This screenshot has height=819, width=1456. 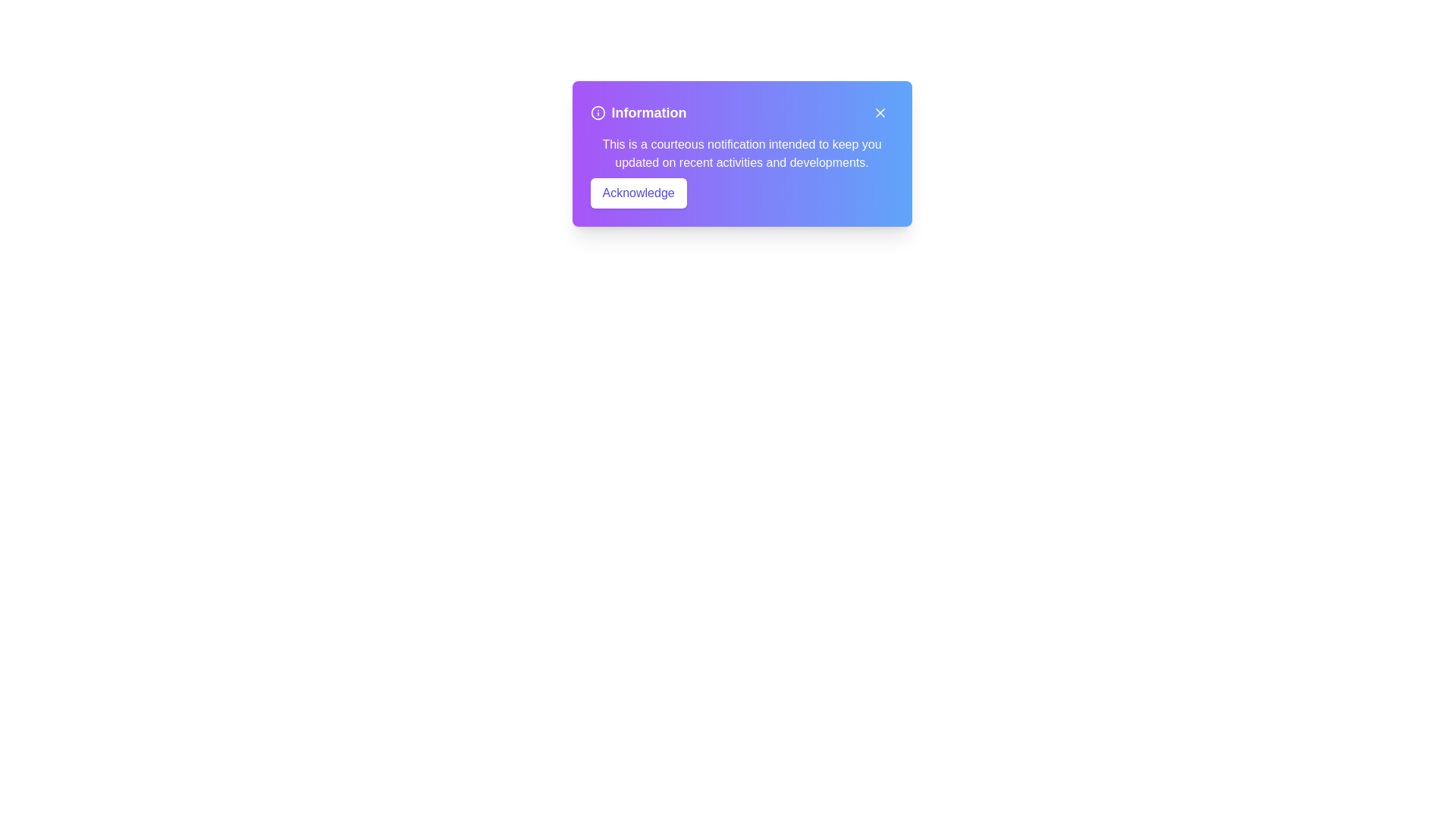 I want to click on the 'Acknowledge' button to acknowledge the notification, so click(x=638, y=192).